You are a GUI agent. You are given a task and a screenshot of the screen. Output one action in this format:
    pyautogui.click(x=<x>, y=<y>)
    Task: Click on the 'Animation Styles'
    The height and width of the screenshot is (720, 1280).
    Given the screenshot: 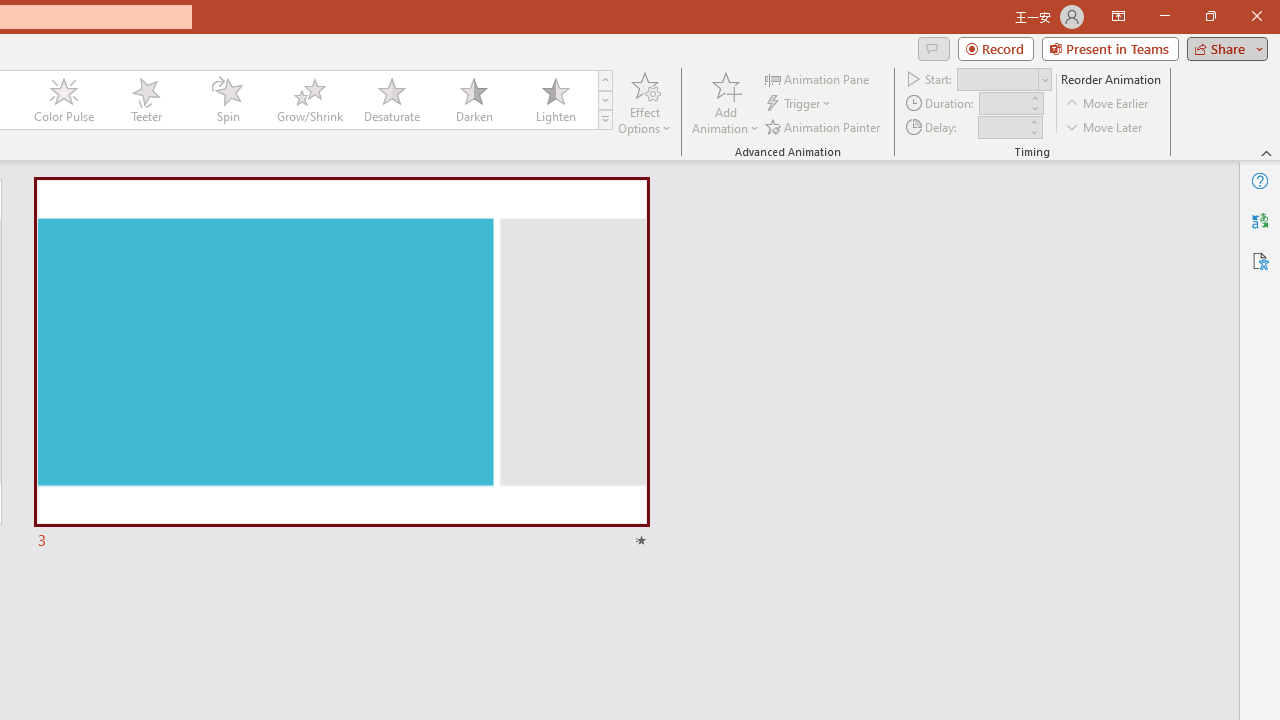 What is the action you would take?
    pyautogui.click(x=604, y=120)
    